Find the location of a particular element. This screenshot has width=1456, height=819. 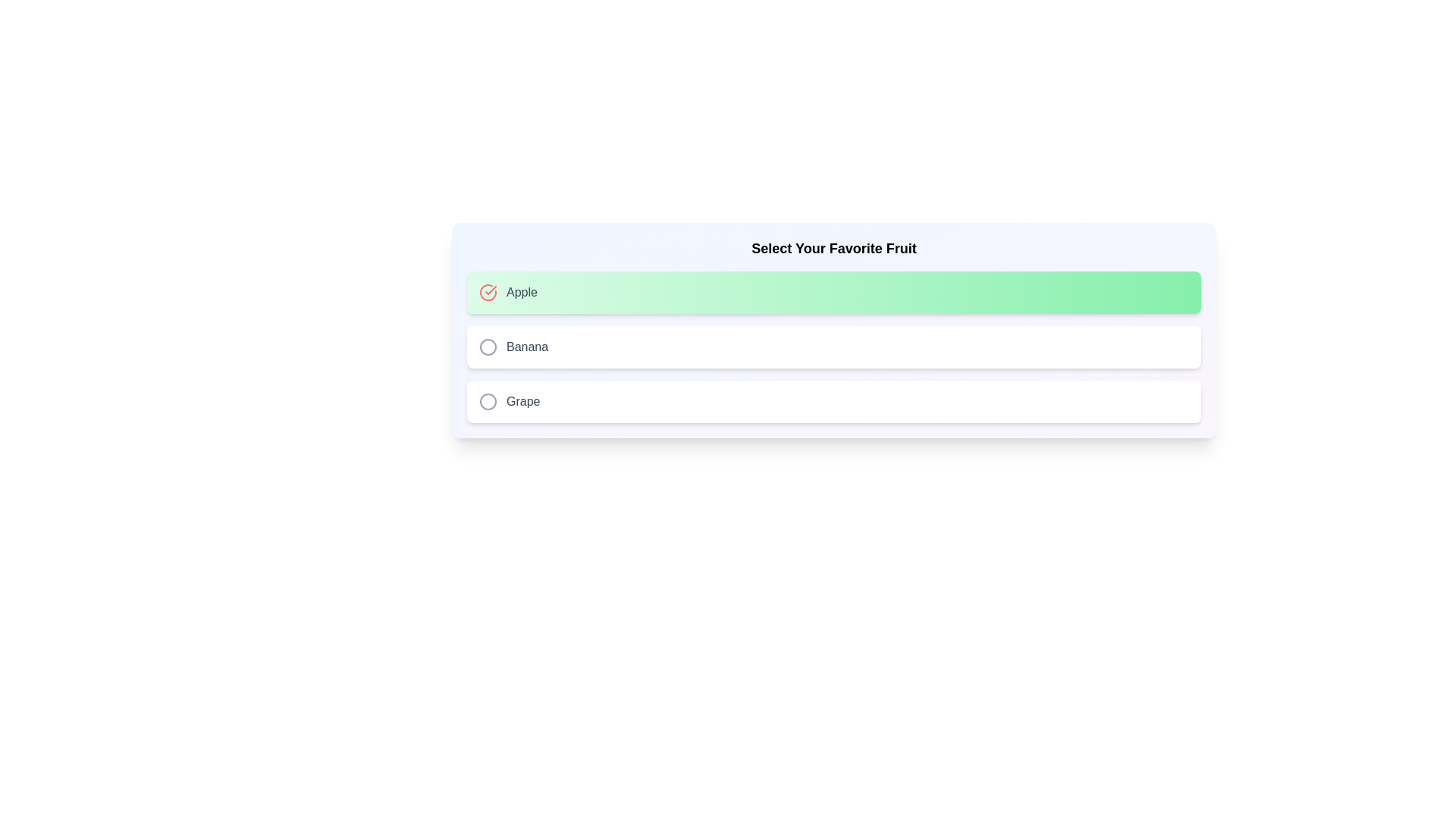

the content displayed on the 'Apple' text label, which is located in a gradient green block at the top-left corner, aligned to the right of a red circular icon is located at coordinates (522, 292).